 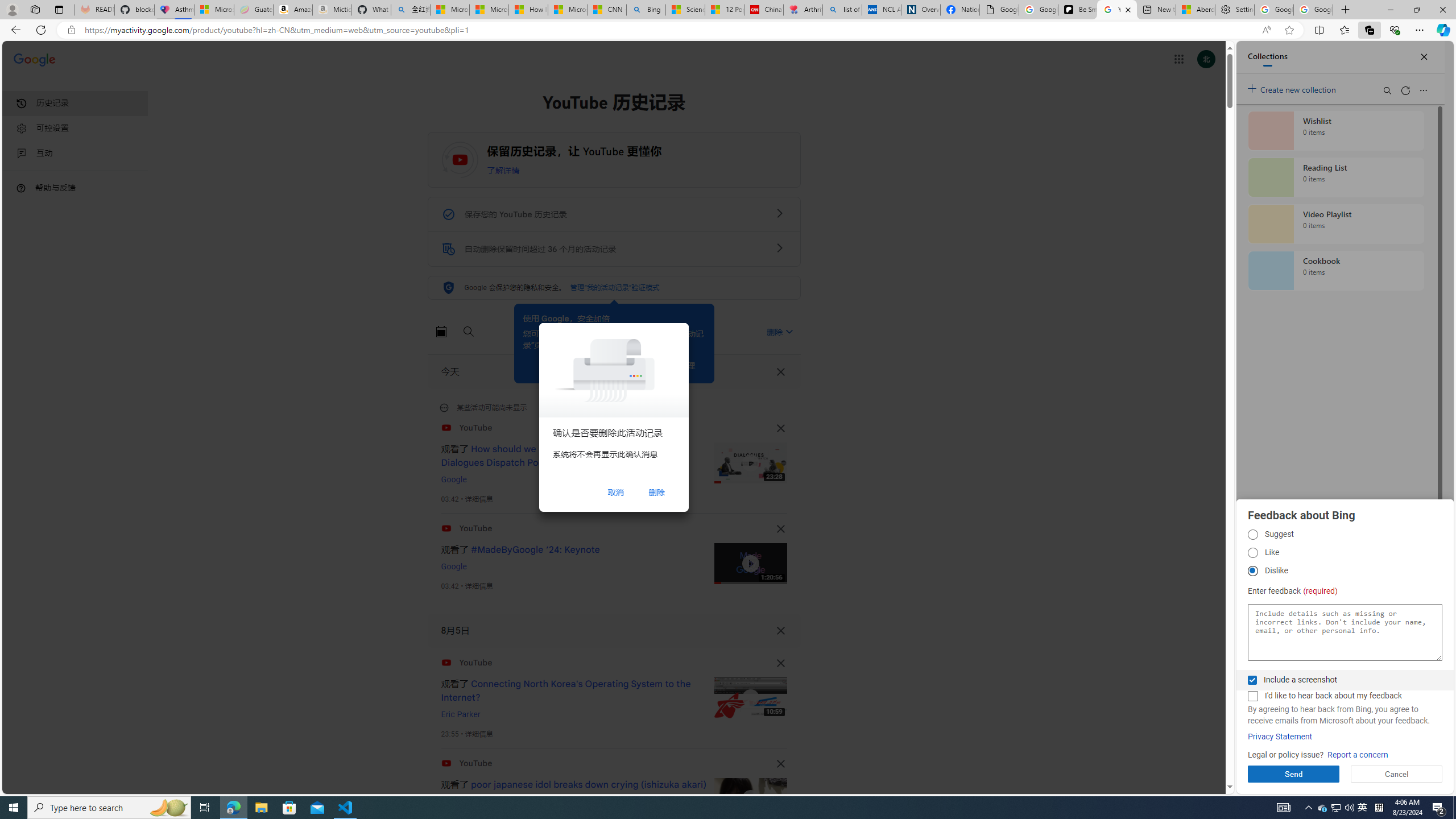 What do you see at coordinates (1252, 570) in the screenshot?
I see `'AutomationID: fbpgdgtp3'` at bounding box center [1252, 570].